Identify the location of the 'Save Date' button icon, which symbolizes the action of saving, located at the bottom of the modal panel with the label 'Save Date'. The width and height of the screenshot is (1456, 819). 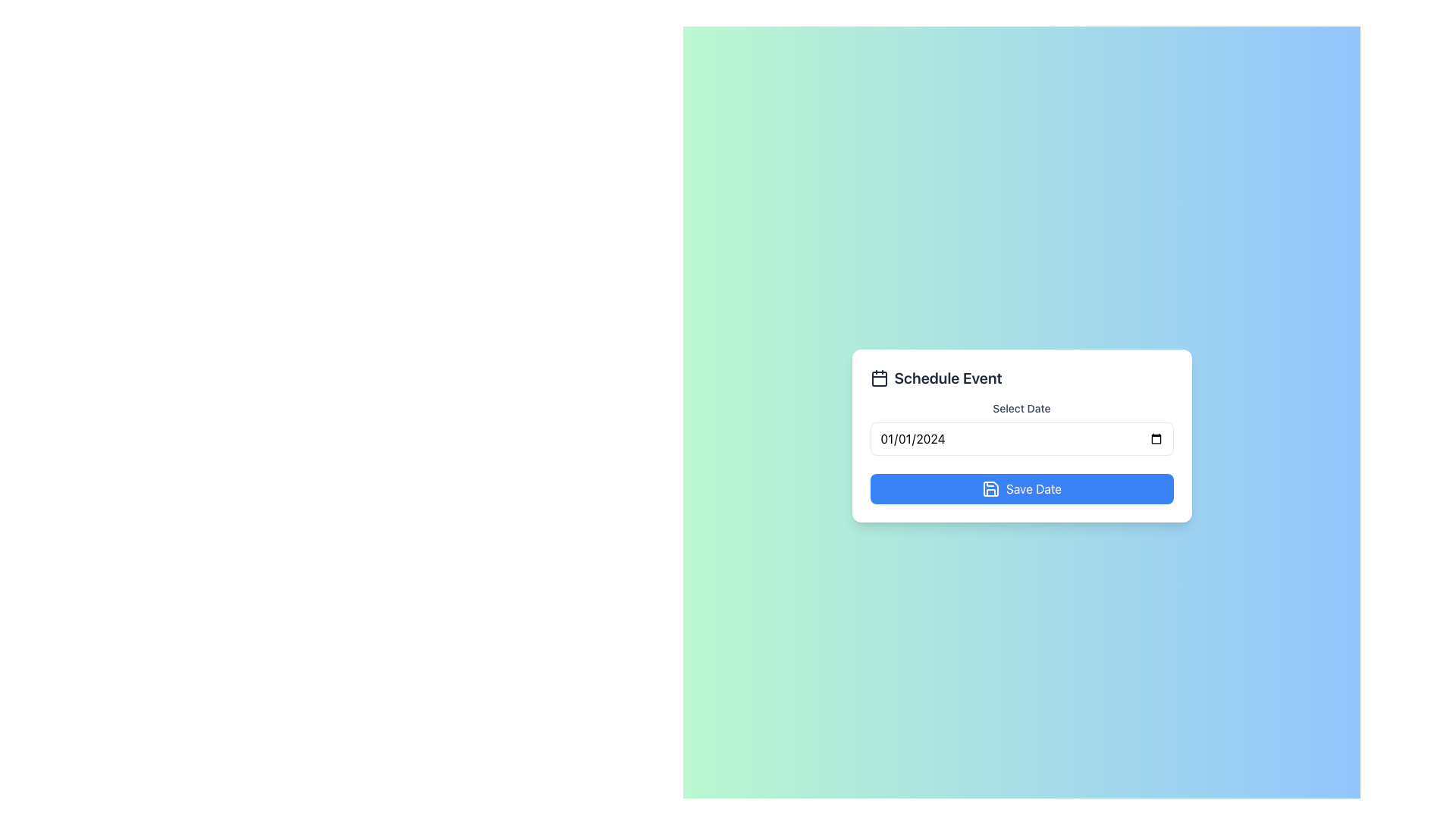
(990, 488).